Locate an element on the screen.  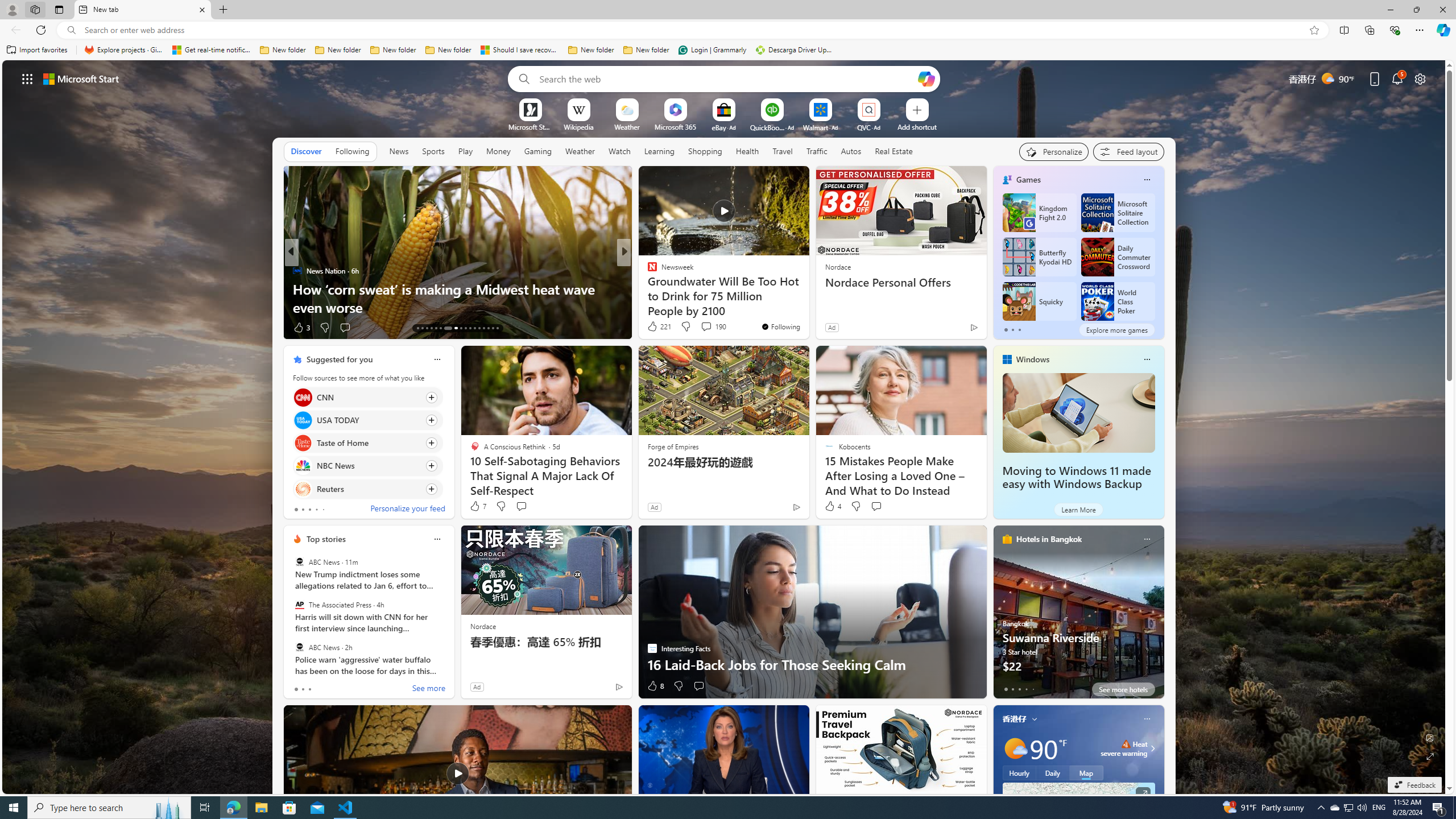
'News Nation' is located at coordinates (296, 270).